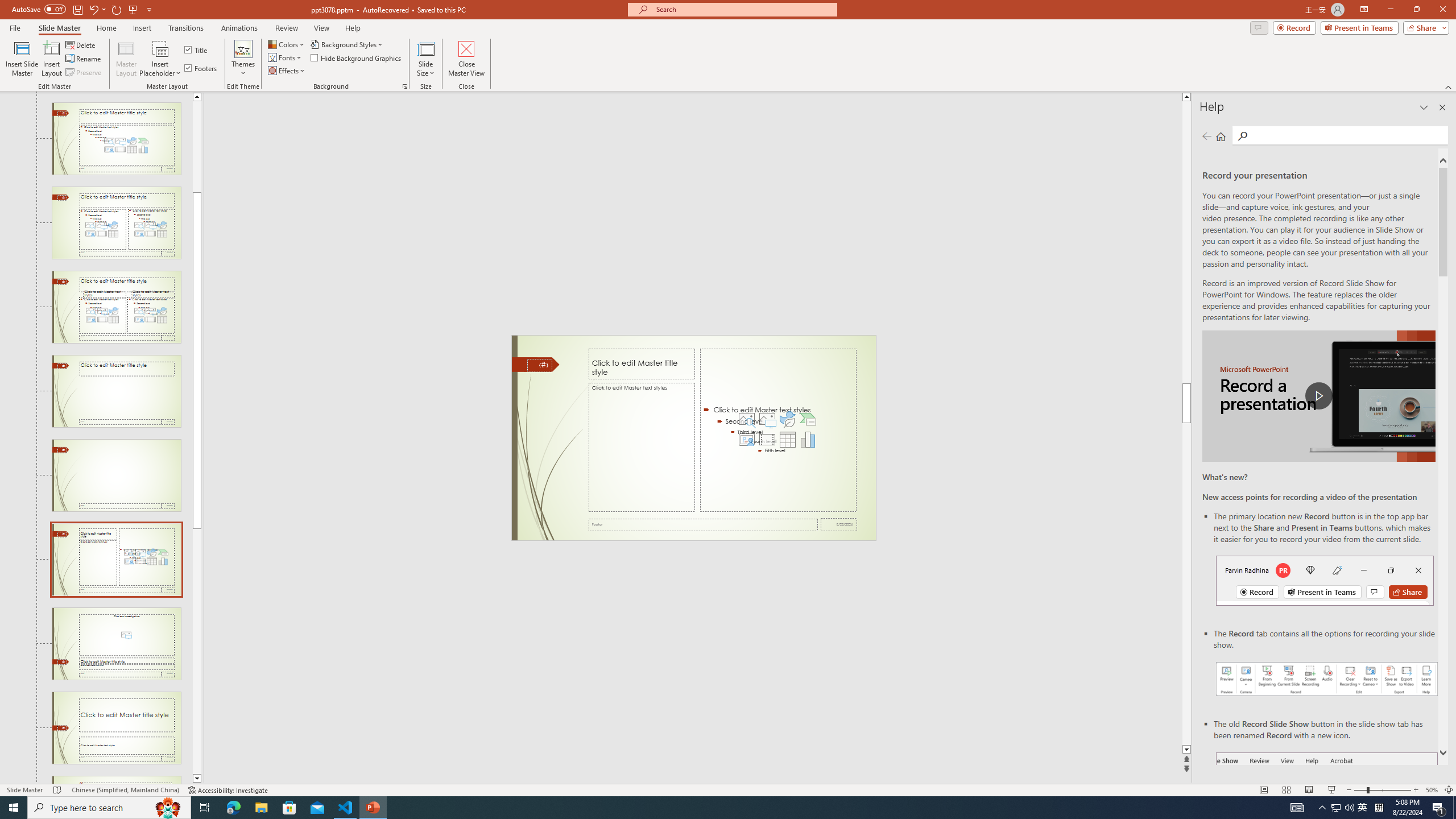 Image resolution: width=1456 pixels, height=819 pixels. I want to click on 'Slide Title Only Layout: used by no slides', so click(115, 391).